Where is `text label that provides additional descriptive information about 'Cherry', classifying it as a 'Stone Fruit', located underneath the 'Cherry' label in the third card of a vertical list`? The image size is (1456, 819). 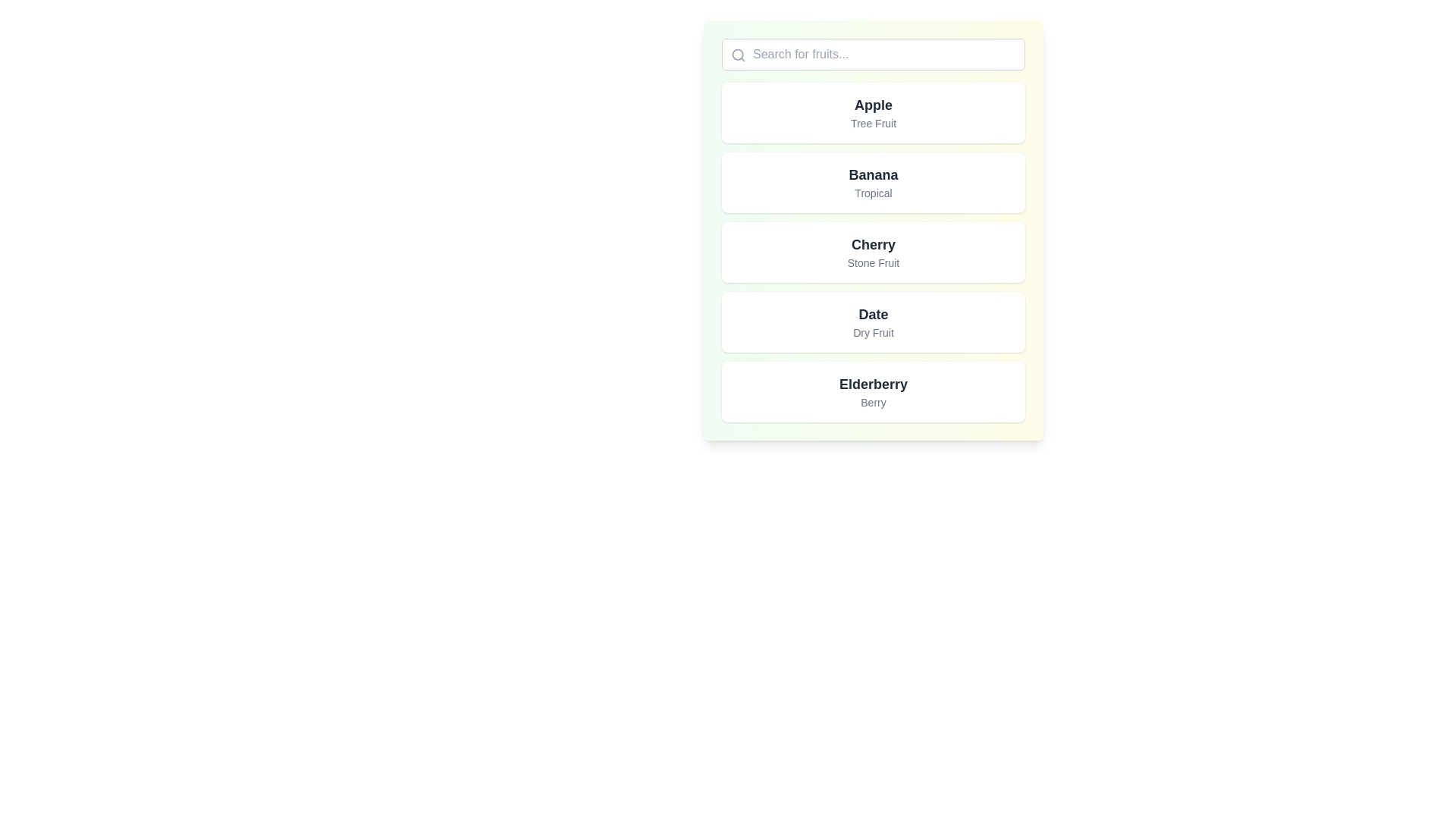
text label that provides additional descriptive information about 'Cherry', classifying it as a 'Stone Fruit', located underneath the 'Cherry' label in the third card of a vertical list is located at coordinates (874, 262).